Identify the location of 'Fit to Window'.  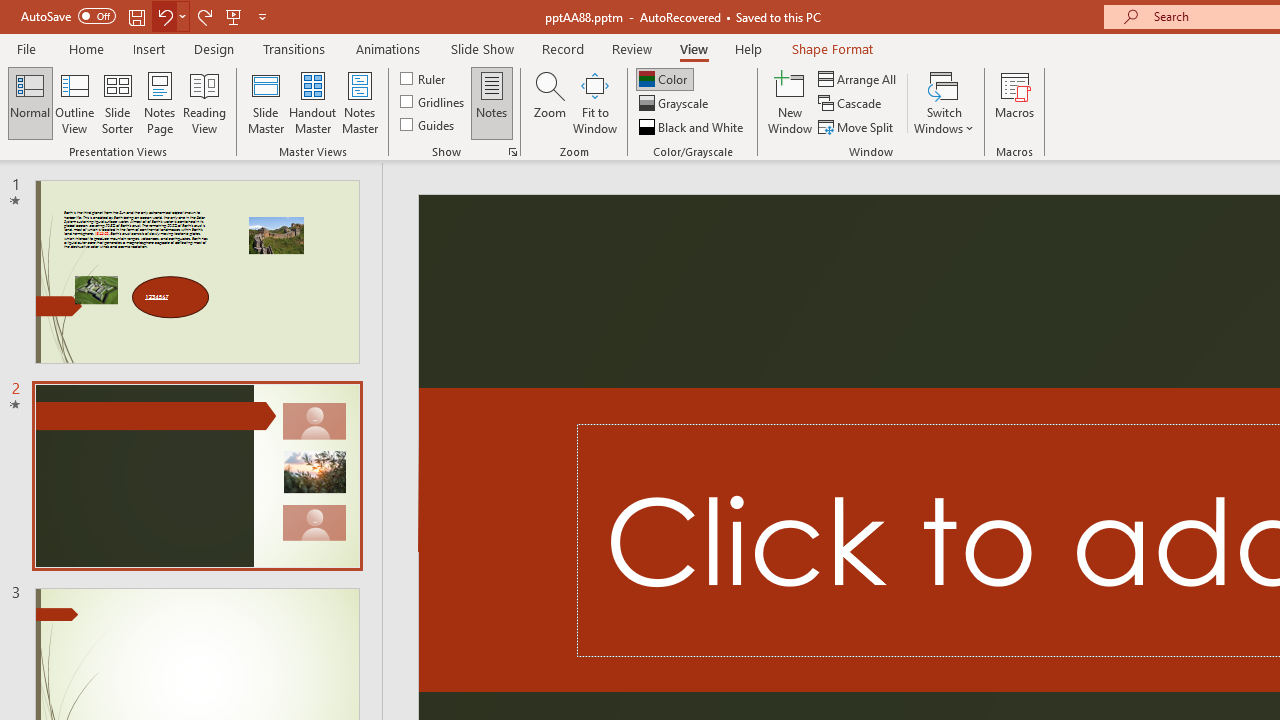
(594, 103).